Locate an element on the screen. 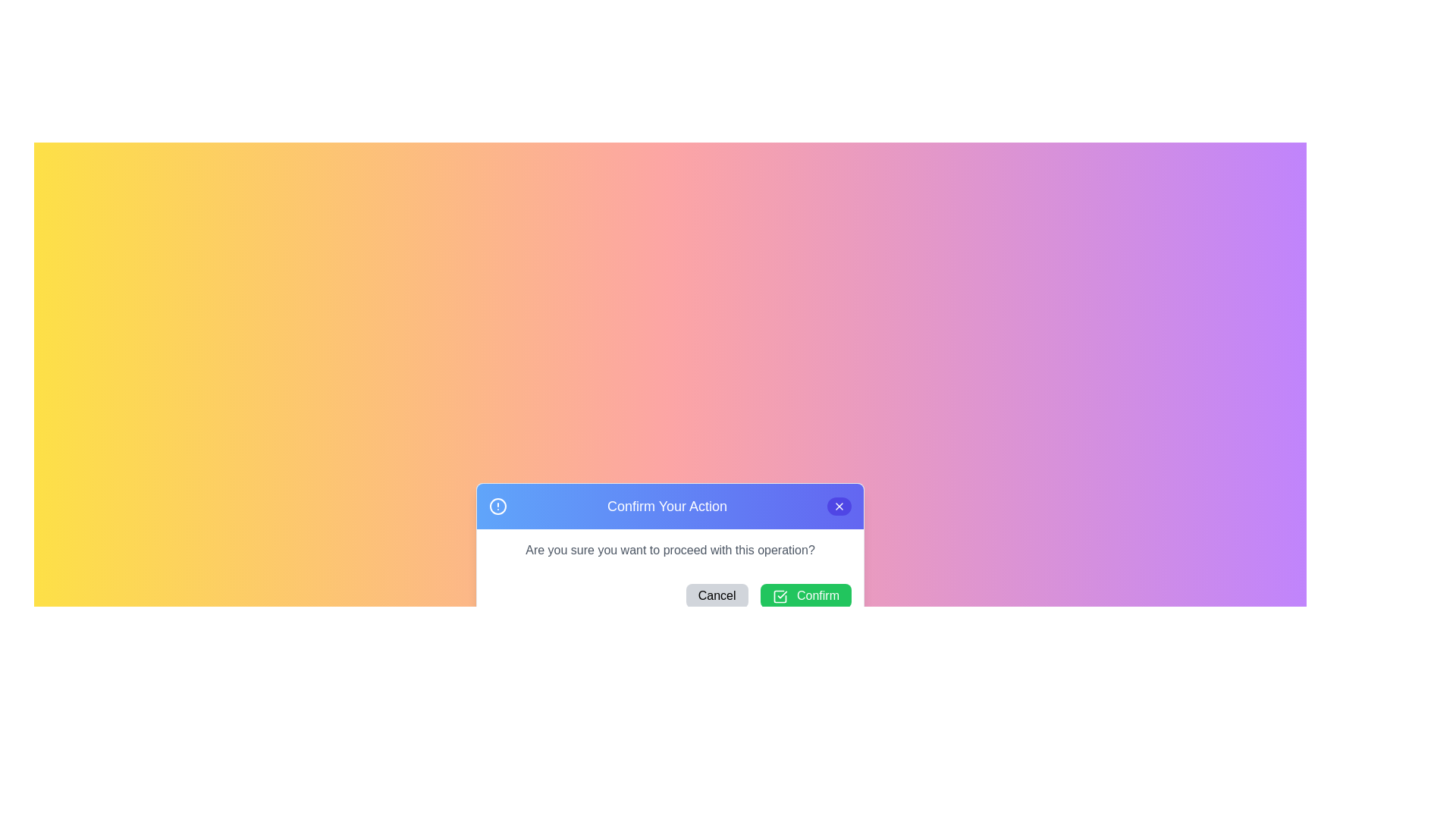 The height and width of the screenshot is (819, 1456). the static text stating 'Are you sure you want to proceed with this operation?' which is prominently displayed in a confirmation dialog below the header 'Confirm Your Action' is located at coordinates (669, 550).